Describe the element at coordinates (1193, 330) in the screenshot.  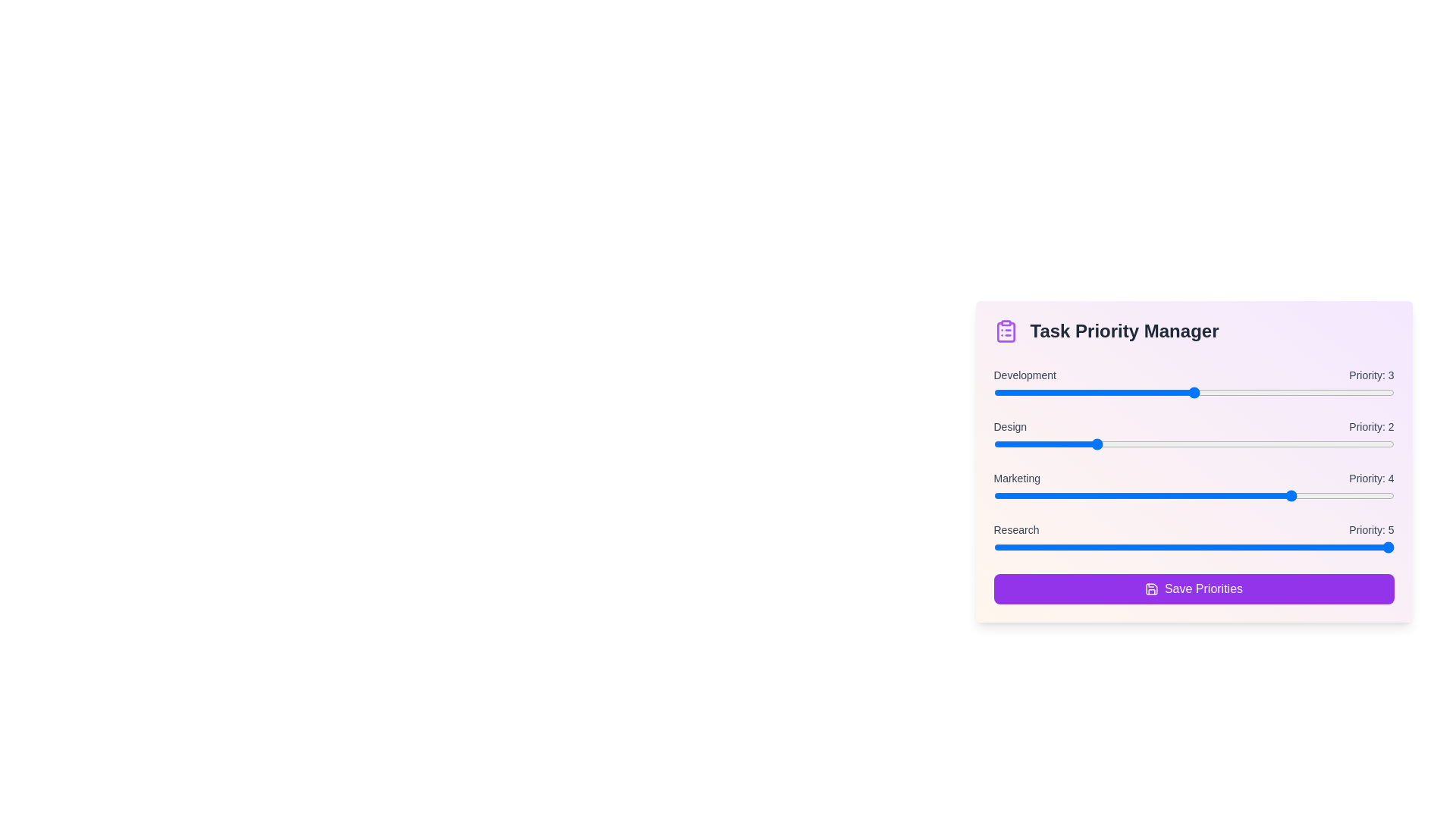
I see `the 'Task Priority Manager' header to focus or highlight it` at that location.